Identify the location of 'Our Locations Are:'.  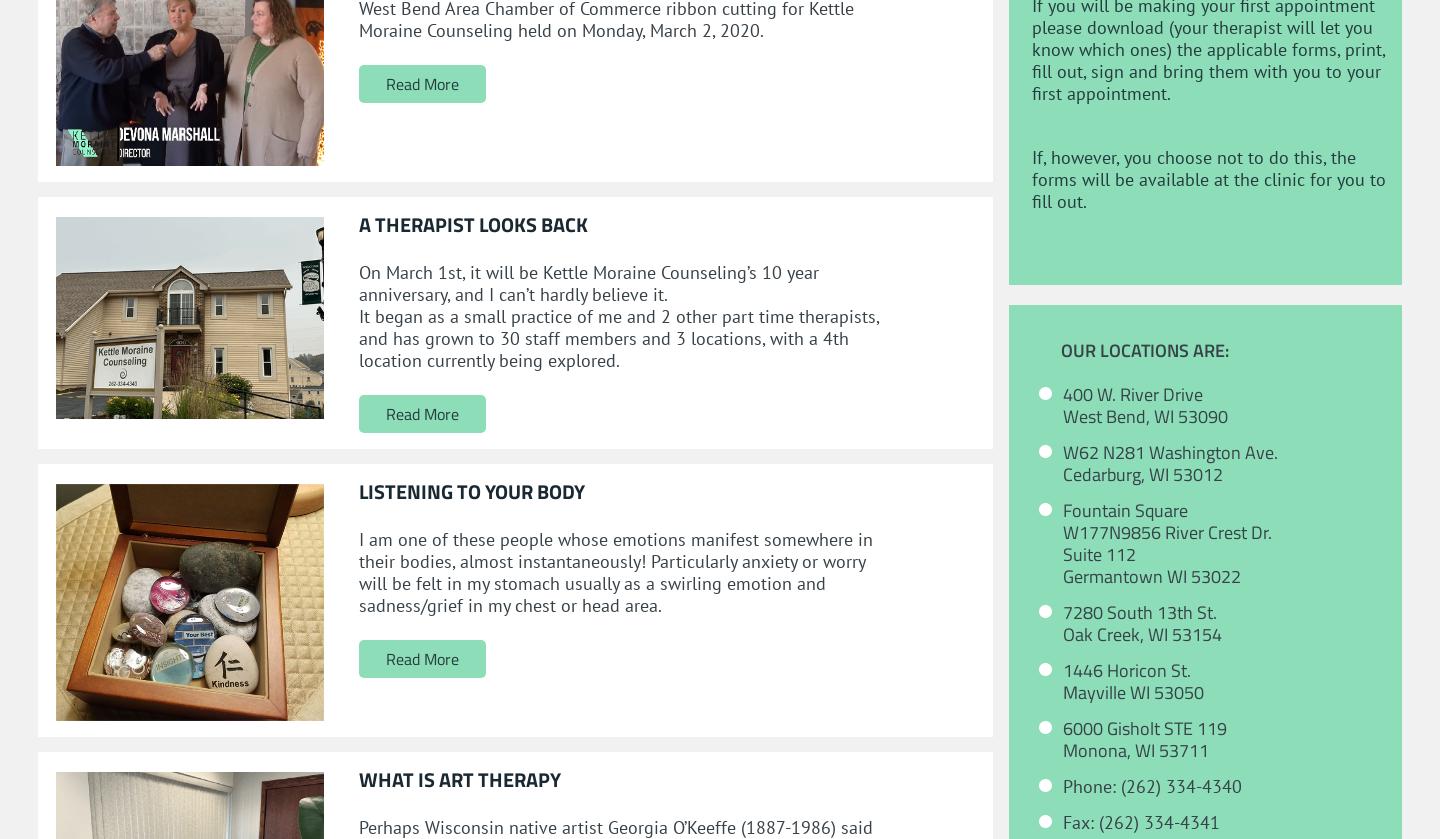
(1060, 350).